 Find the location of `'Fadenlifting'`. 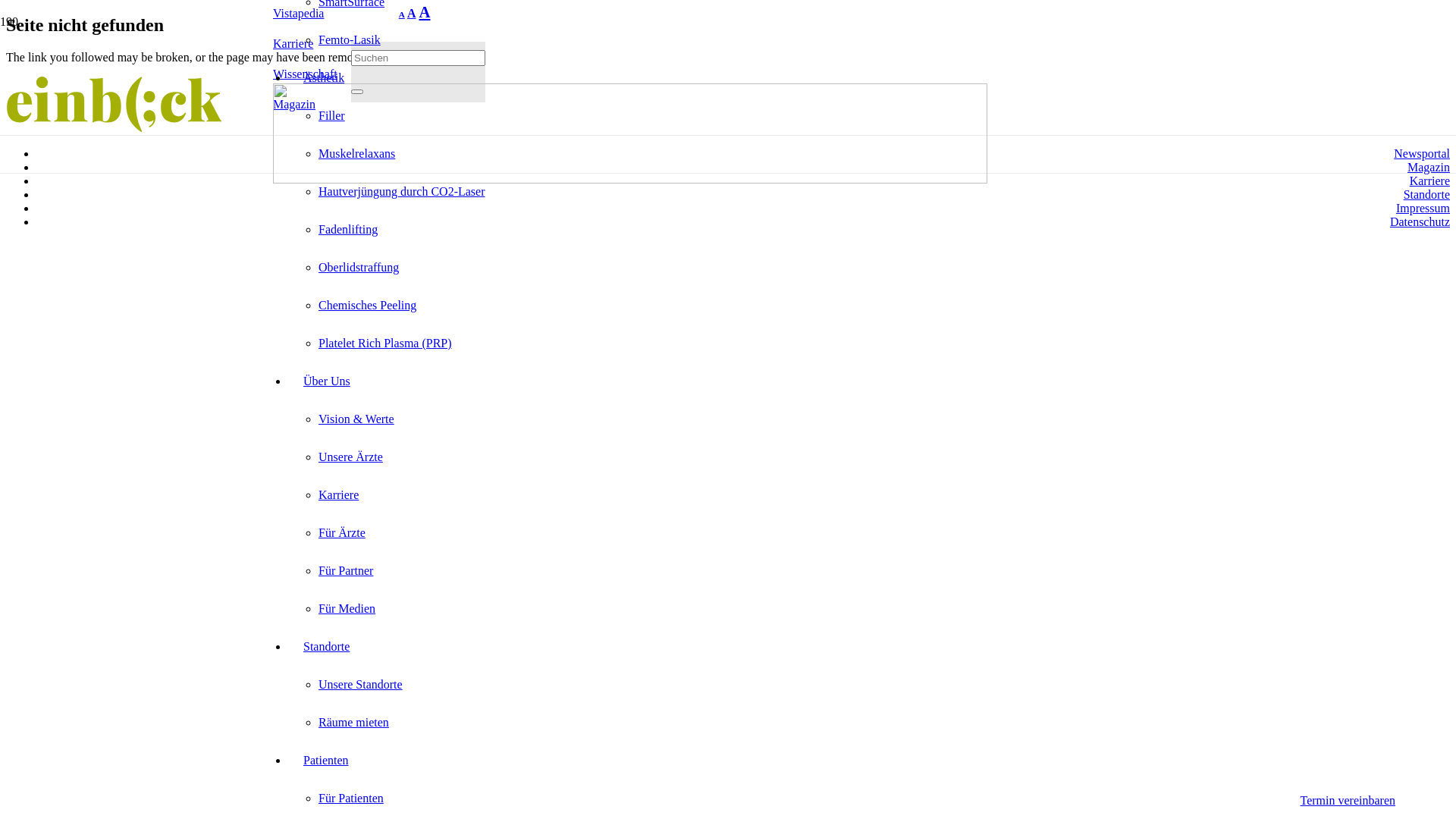

'Fadenlifting' is located at coordinates (318, 229).